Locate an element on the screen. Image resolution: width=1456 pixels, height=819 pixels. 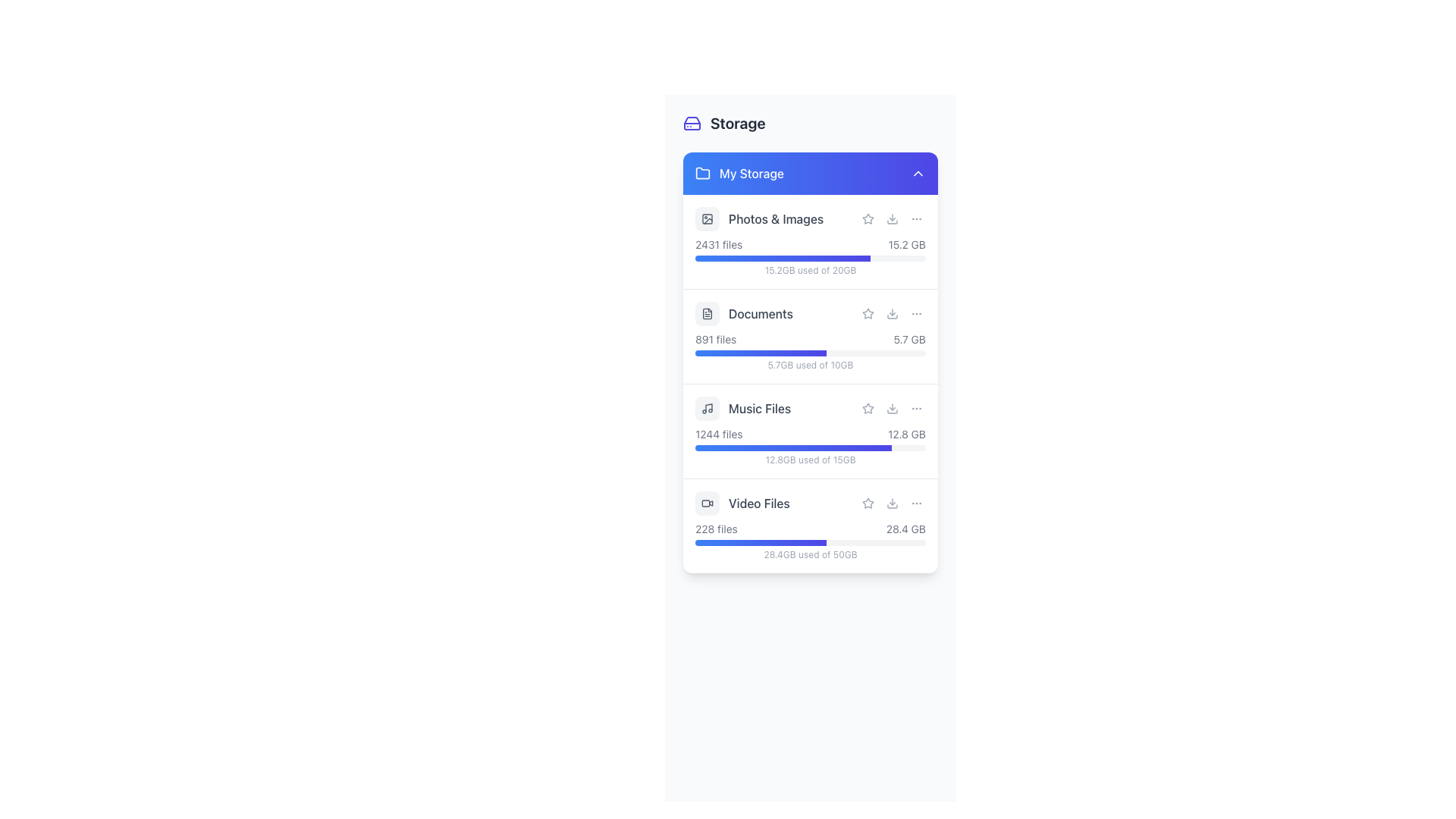
the text element displaying '891 files' is located at coordinates (715, 338).